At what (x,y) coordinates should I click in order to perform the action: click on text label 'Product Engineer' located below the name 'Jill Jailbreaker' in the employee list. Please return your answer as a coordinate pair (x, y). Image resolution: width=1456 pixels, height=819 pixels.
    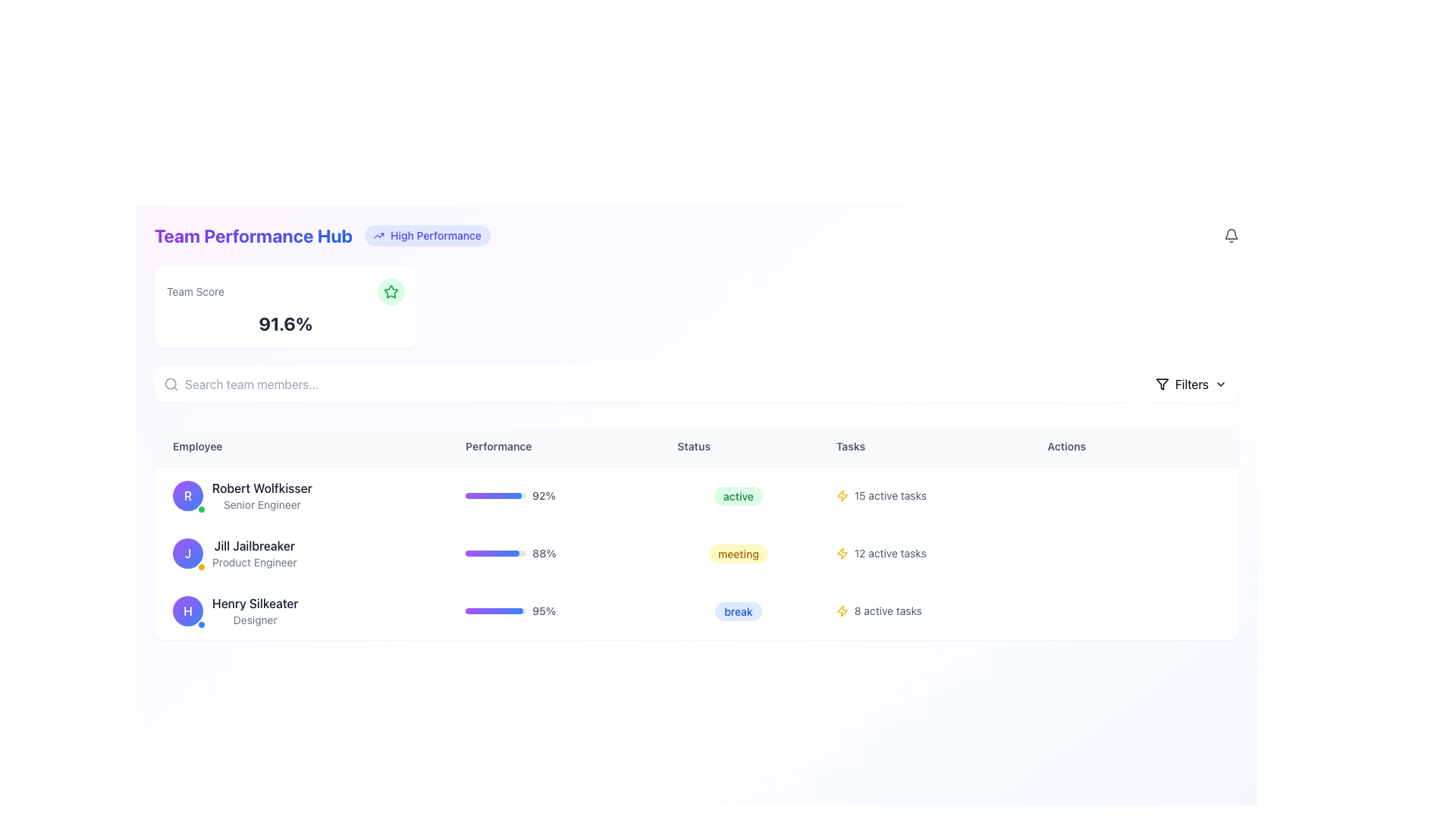
    Looking at the image, I should click on (254, 562).